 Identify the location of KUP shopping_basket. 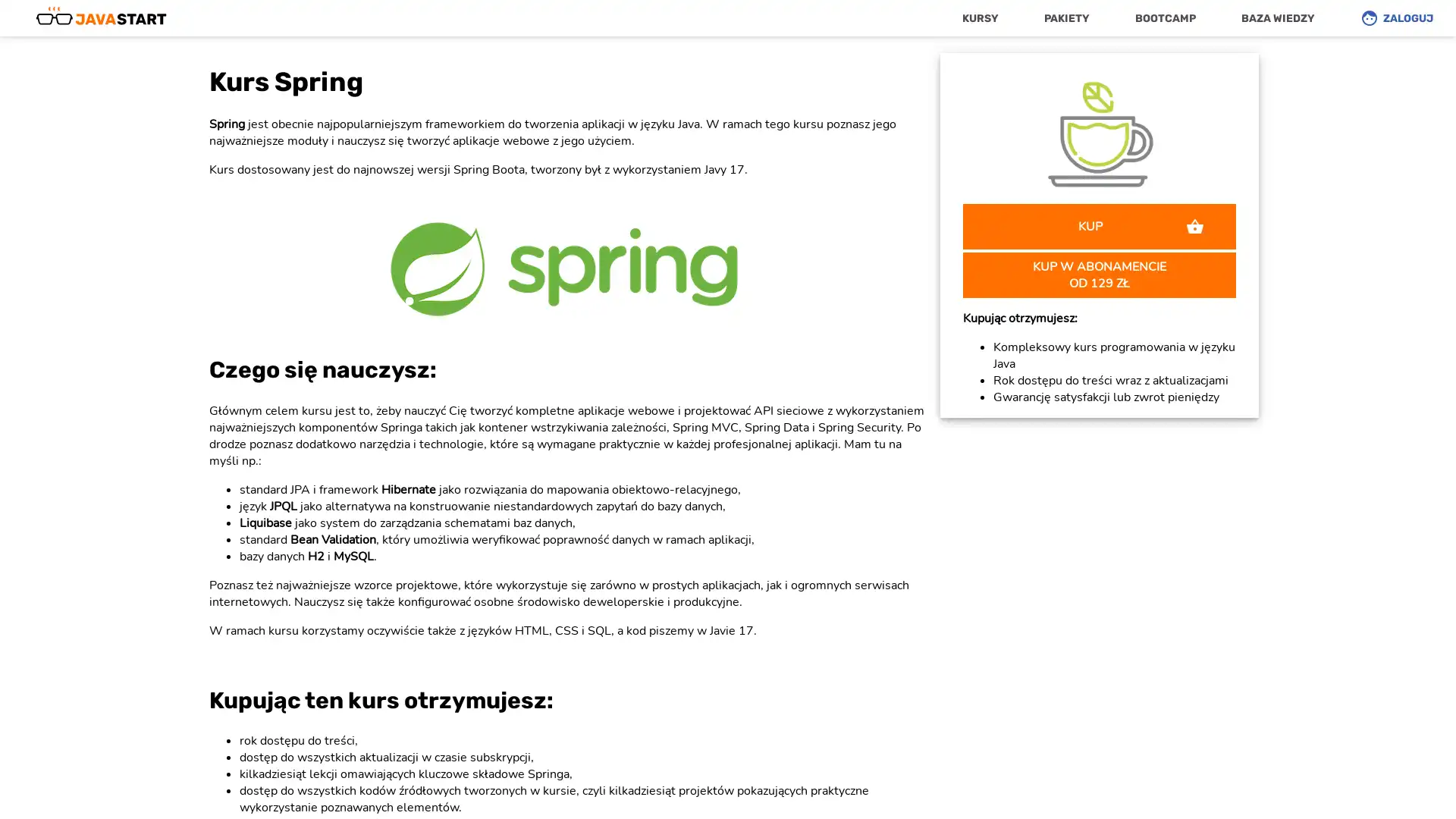
(1099, 225).